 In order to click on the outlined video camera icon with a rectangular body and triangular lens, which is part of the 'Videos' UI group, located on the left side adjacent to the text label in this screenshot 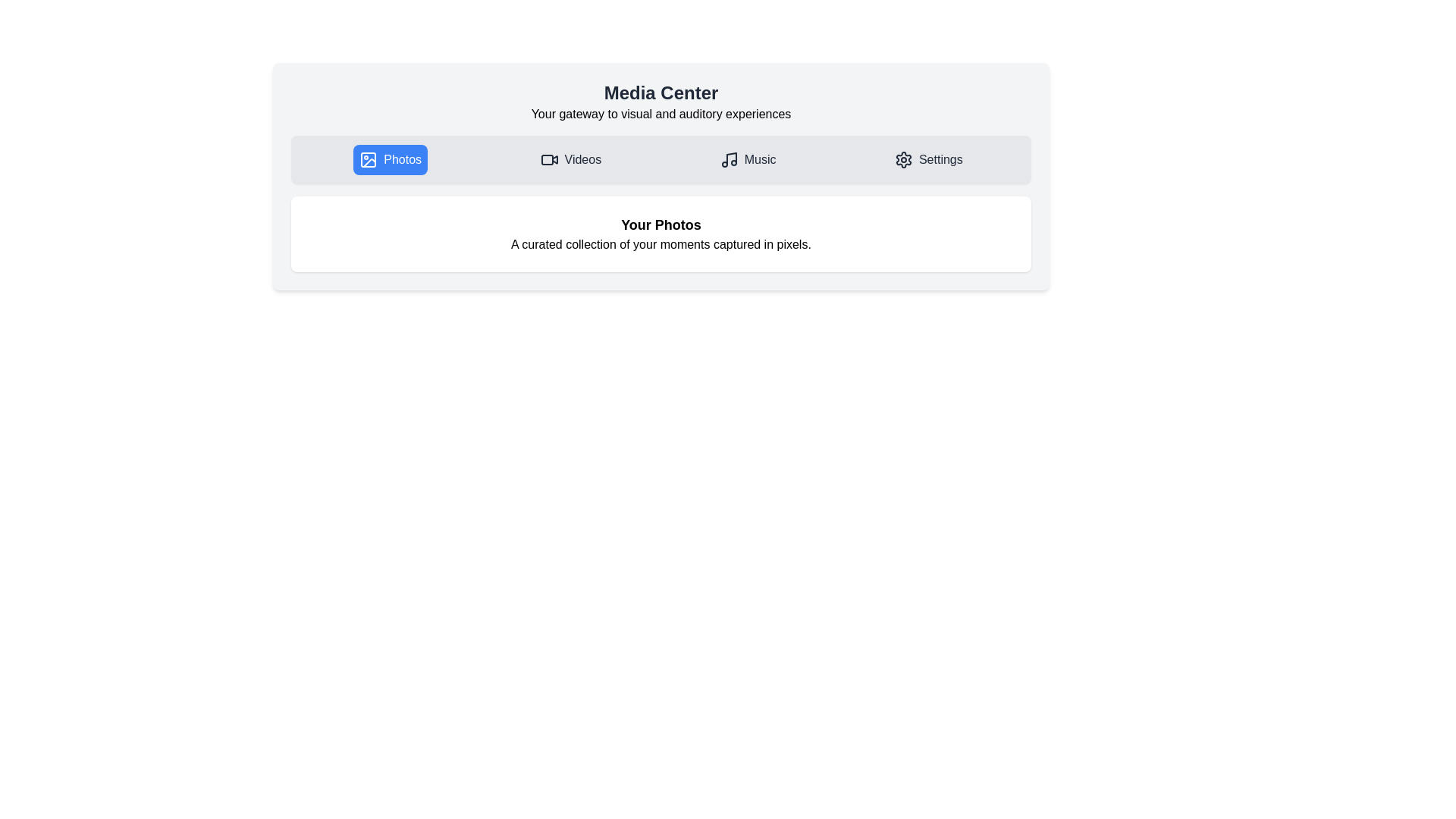, I will do `click(548, 160)`.